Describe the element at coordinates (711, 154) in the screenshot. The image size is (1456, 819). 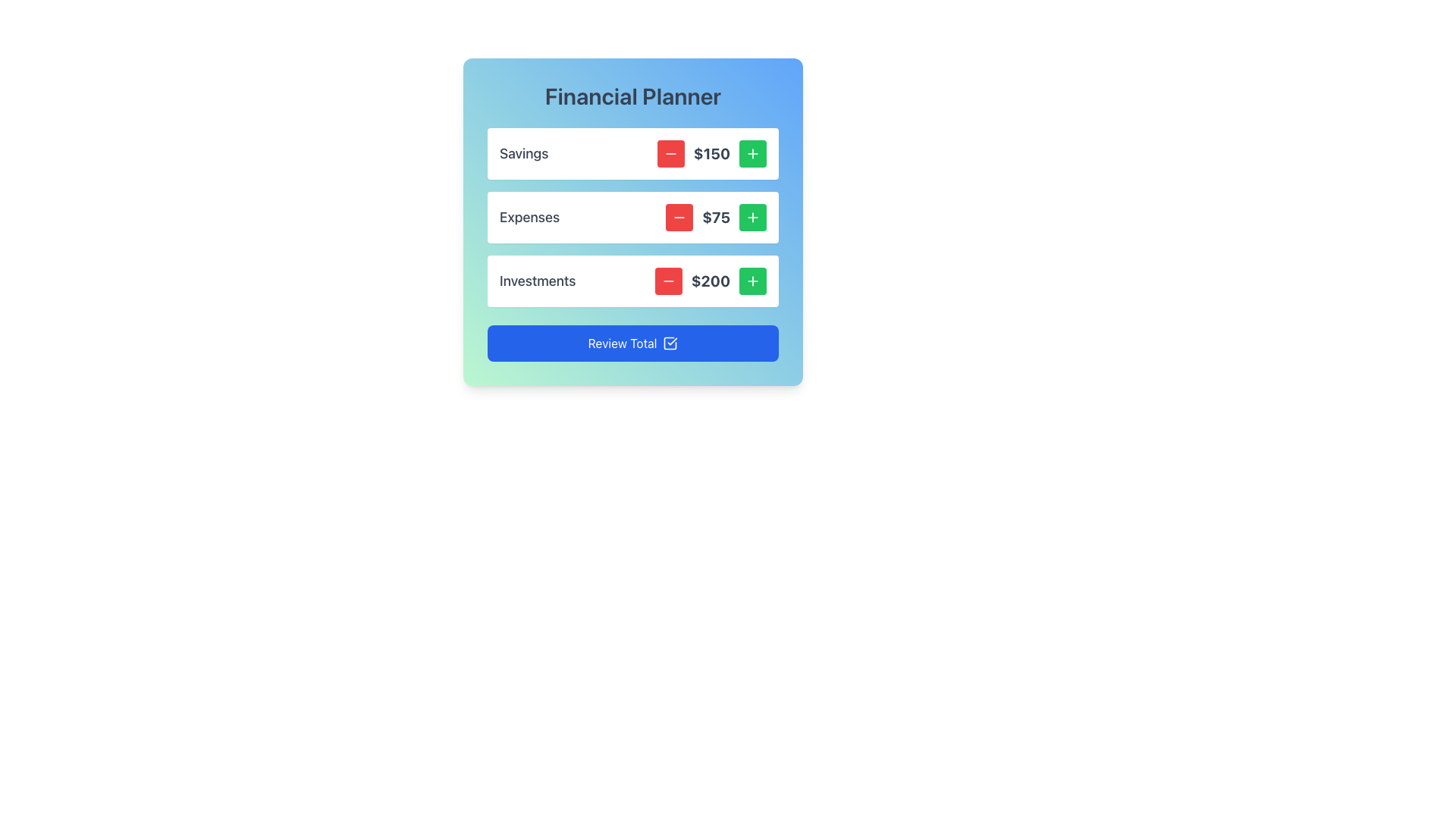
I see `the static text displaying the current monetary value associated with 'Savings' located to the right of the 'Savings' label in the uppermost row of the interactive panel` at that location.